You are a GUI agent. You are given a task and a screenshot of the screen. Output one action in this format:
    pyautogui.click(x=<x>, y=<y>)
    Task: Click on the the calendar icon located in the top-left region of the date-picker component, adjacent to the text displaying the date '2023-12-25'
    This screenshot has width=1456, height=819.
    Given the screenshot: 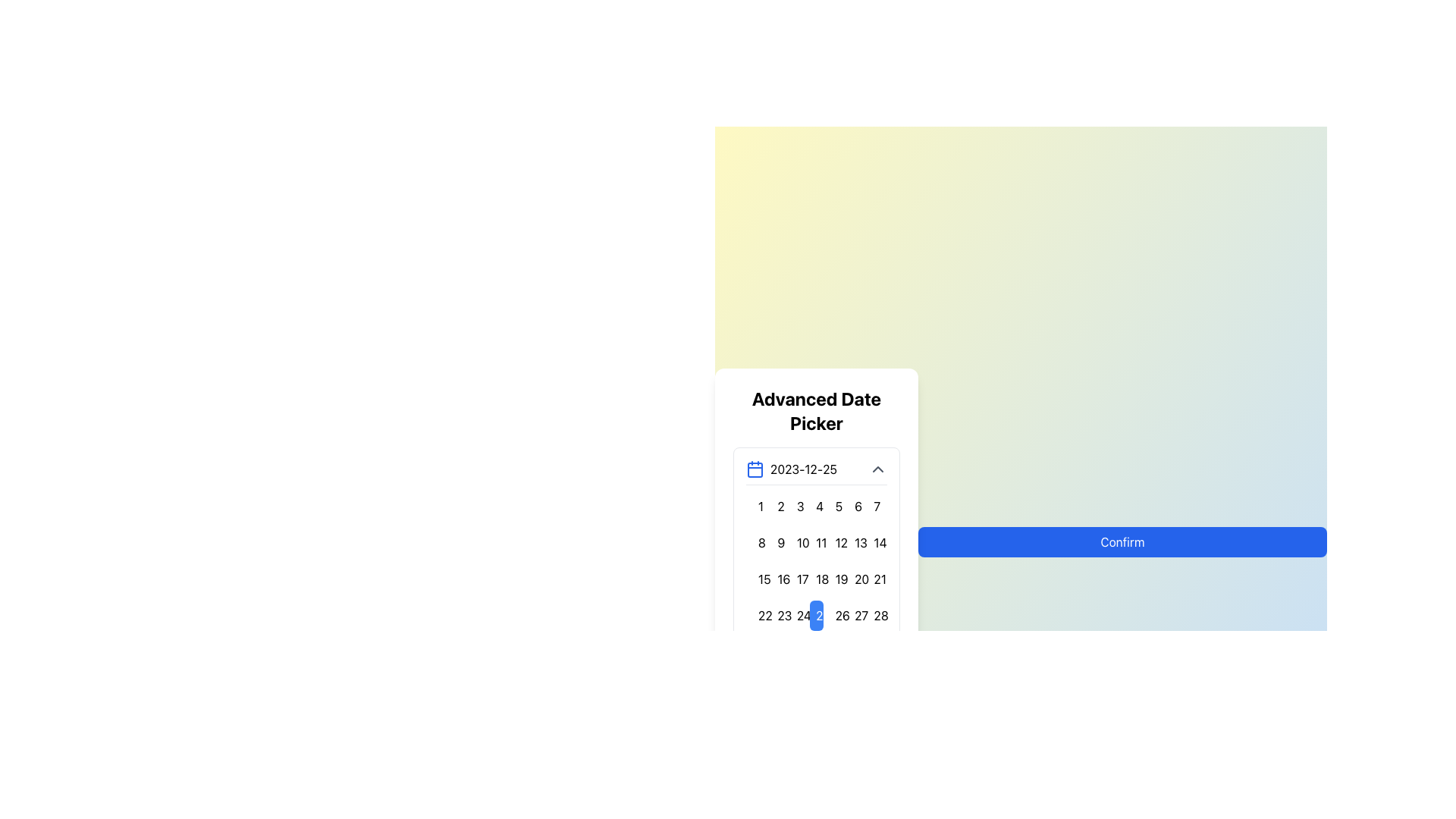 What is the action you would take?
    pyautogui.click(x=755, y=468)
    